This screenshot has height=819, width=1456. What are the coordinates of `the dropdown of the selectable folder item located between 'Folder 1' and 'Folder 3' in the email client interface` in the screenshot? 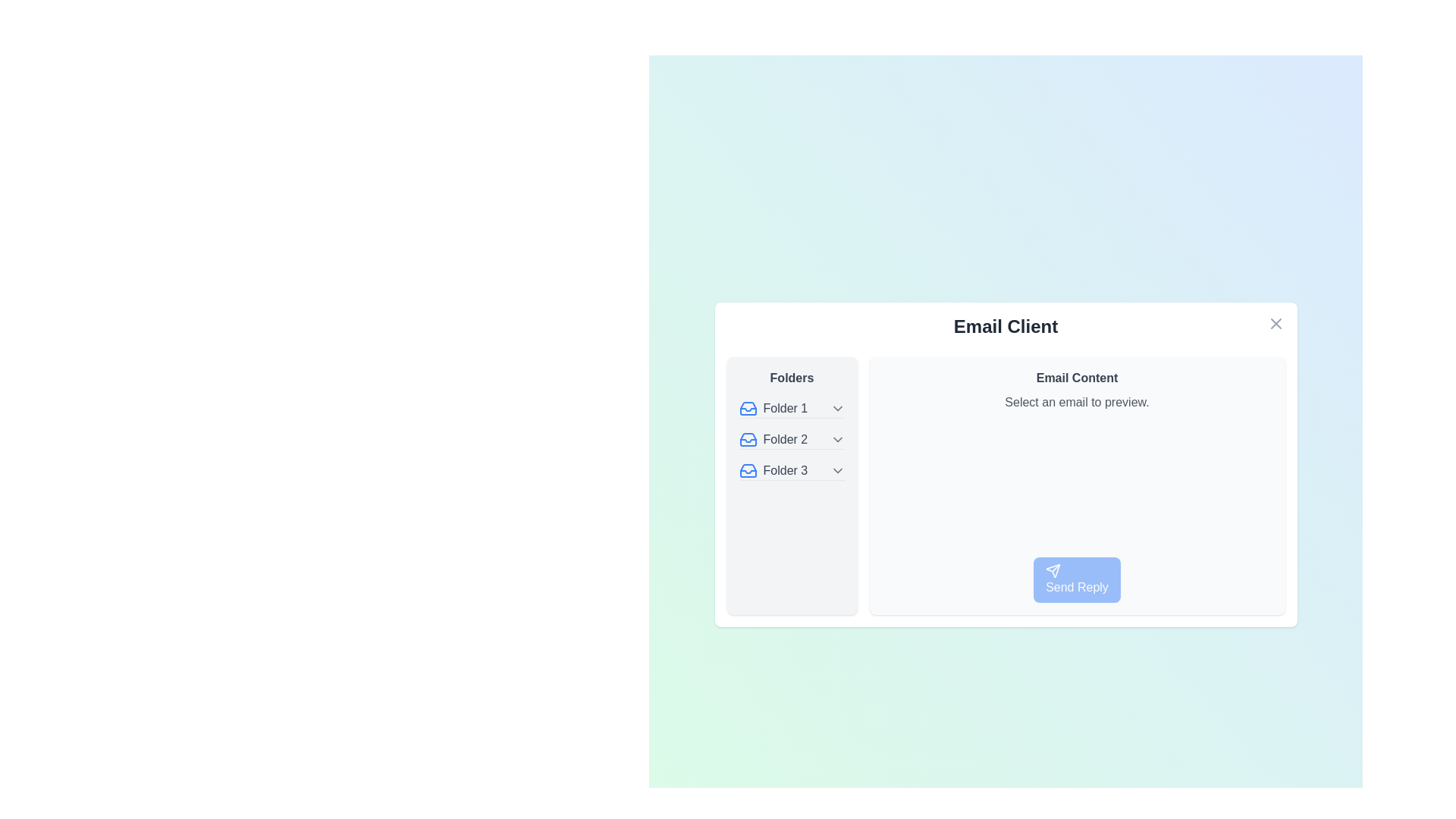 It's located at (791, 440).